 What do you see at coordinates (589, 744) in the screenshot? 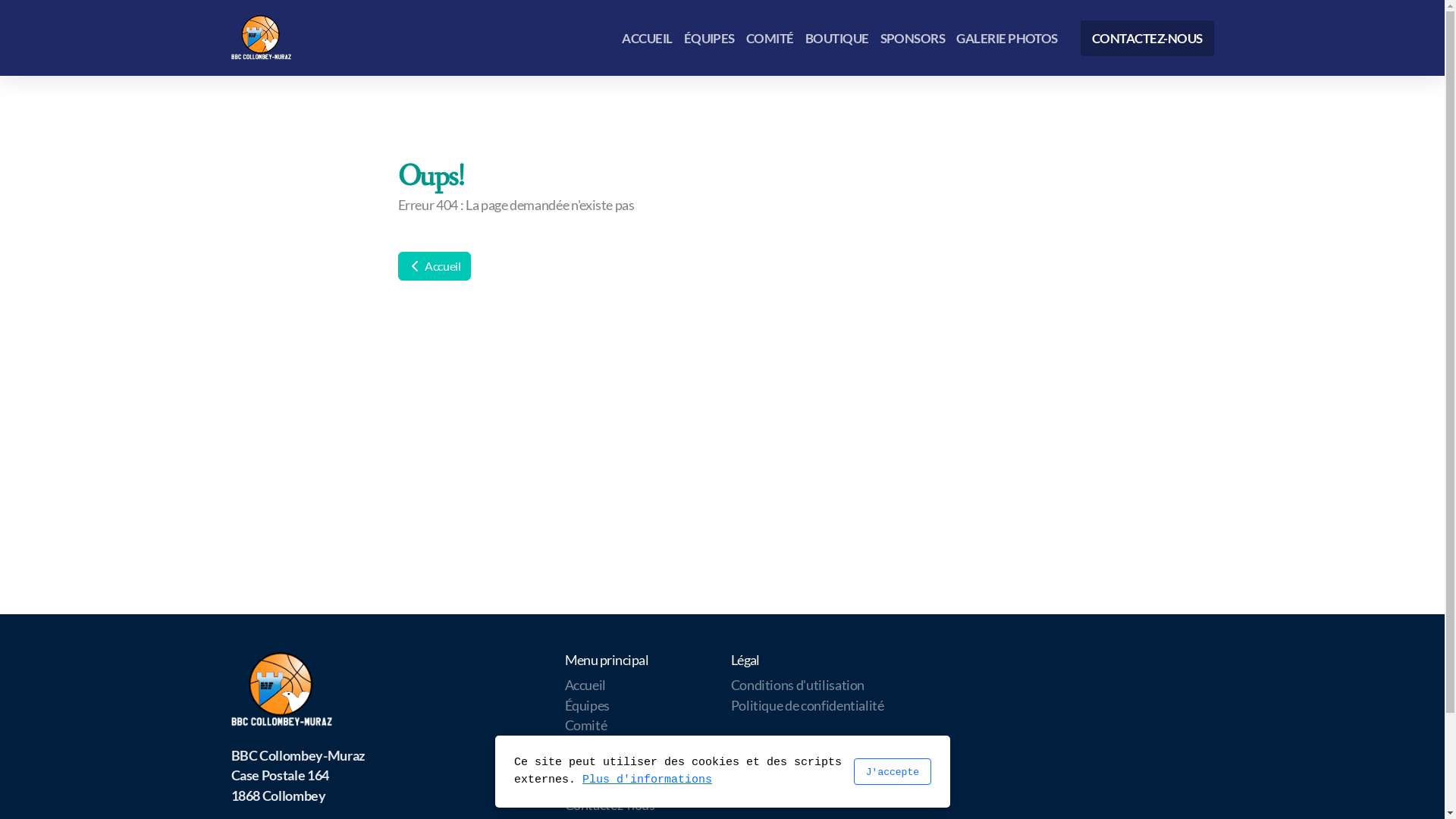
I see `'Boutique'` at bounding box center [589, 744].